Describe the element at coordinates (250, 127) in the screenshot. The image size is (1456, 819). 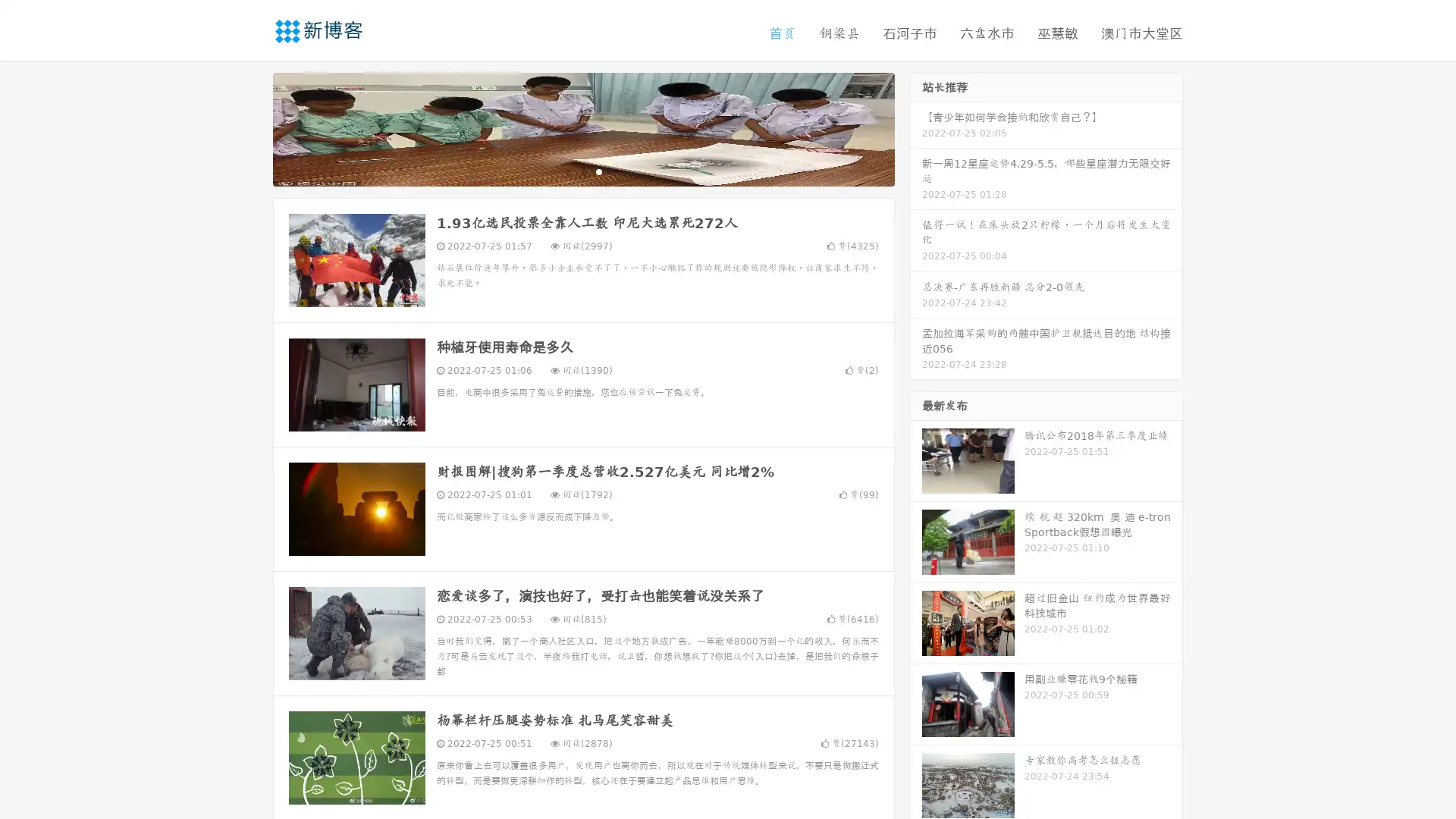
I see `Previous slide` at that location.